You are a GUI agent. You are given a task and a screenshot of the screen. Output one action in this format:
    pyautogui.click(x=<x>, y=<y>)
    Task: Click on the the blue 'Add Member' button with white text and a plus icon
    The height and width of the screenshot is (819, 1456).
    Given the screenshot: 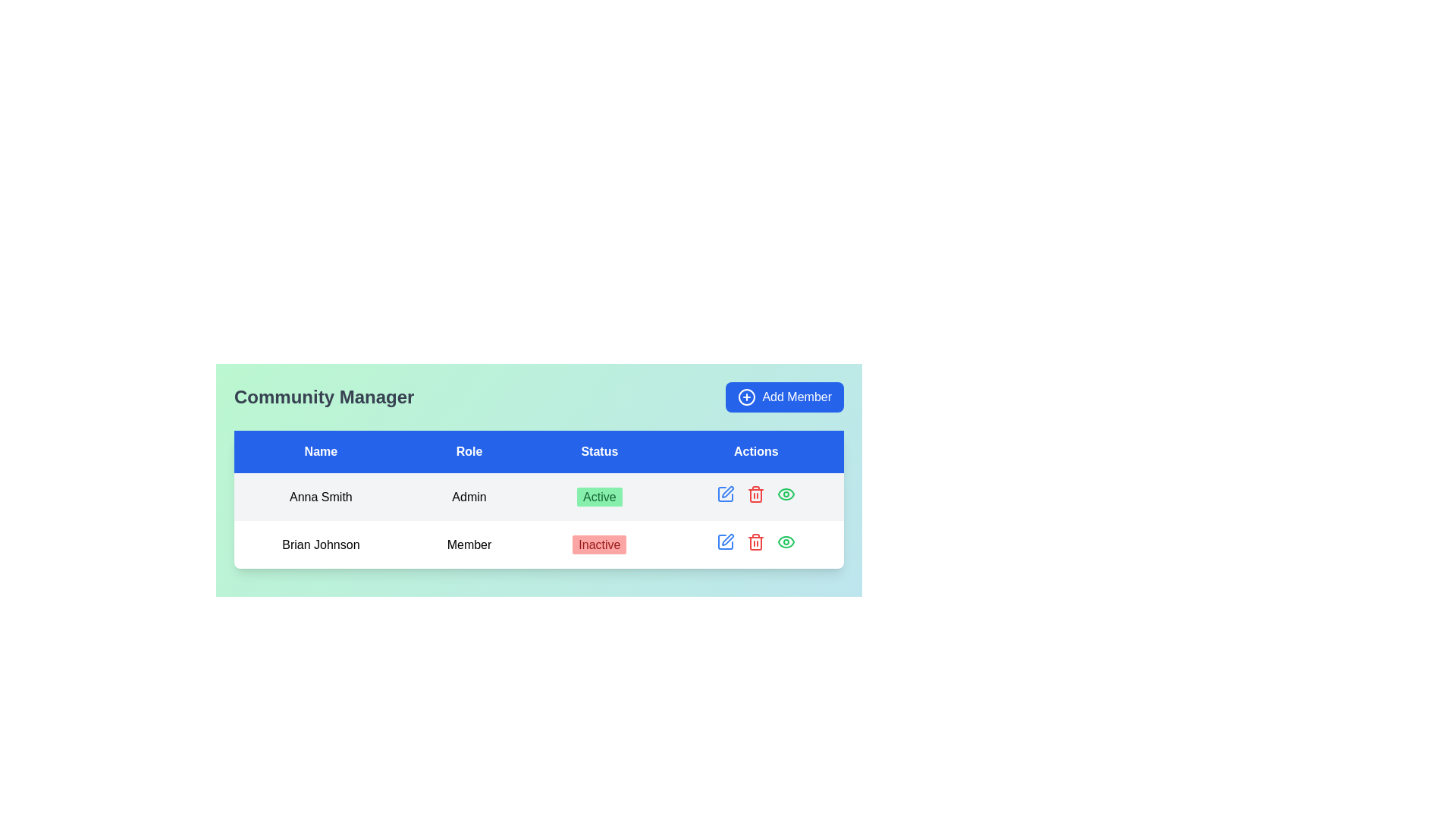 What is the action you would take?
    pyautogui.click(x=785, y=397)
    